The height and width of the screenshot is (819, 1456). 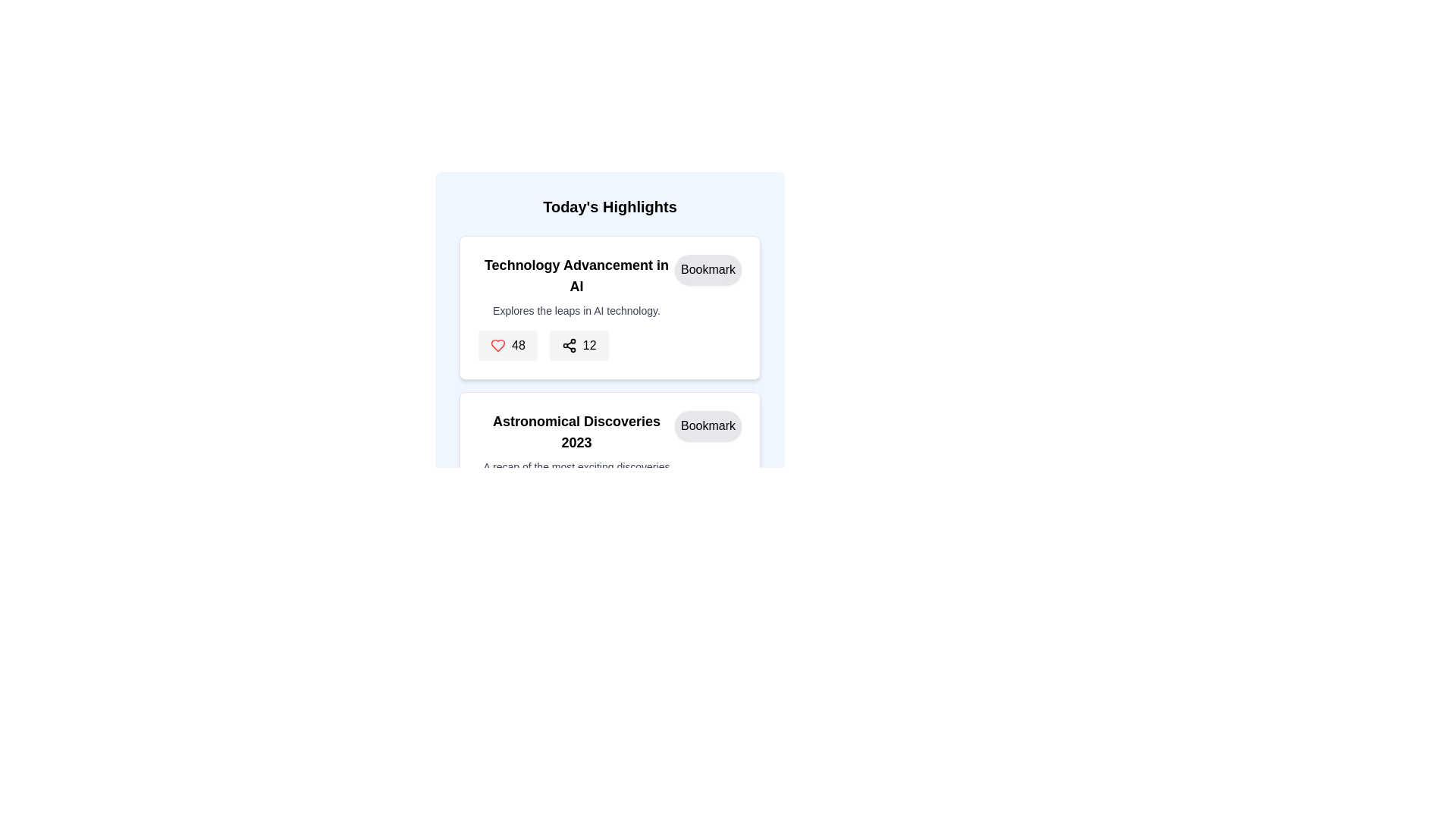 I want to click on the title and subtitle section of the first highlighted card, which includes 'Technology Advancement in AI' and 'Explores the leaps in AI technology.', so click(x=576, y=287).